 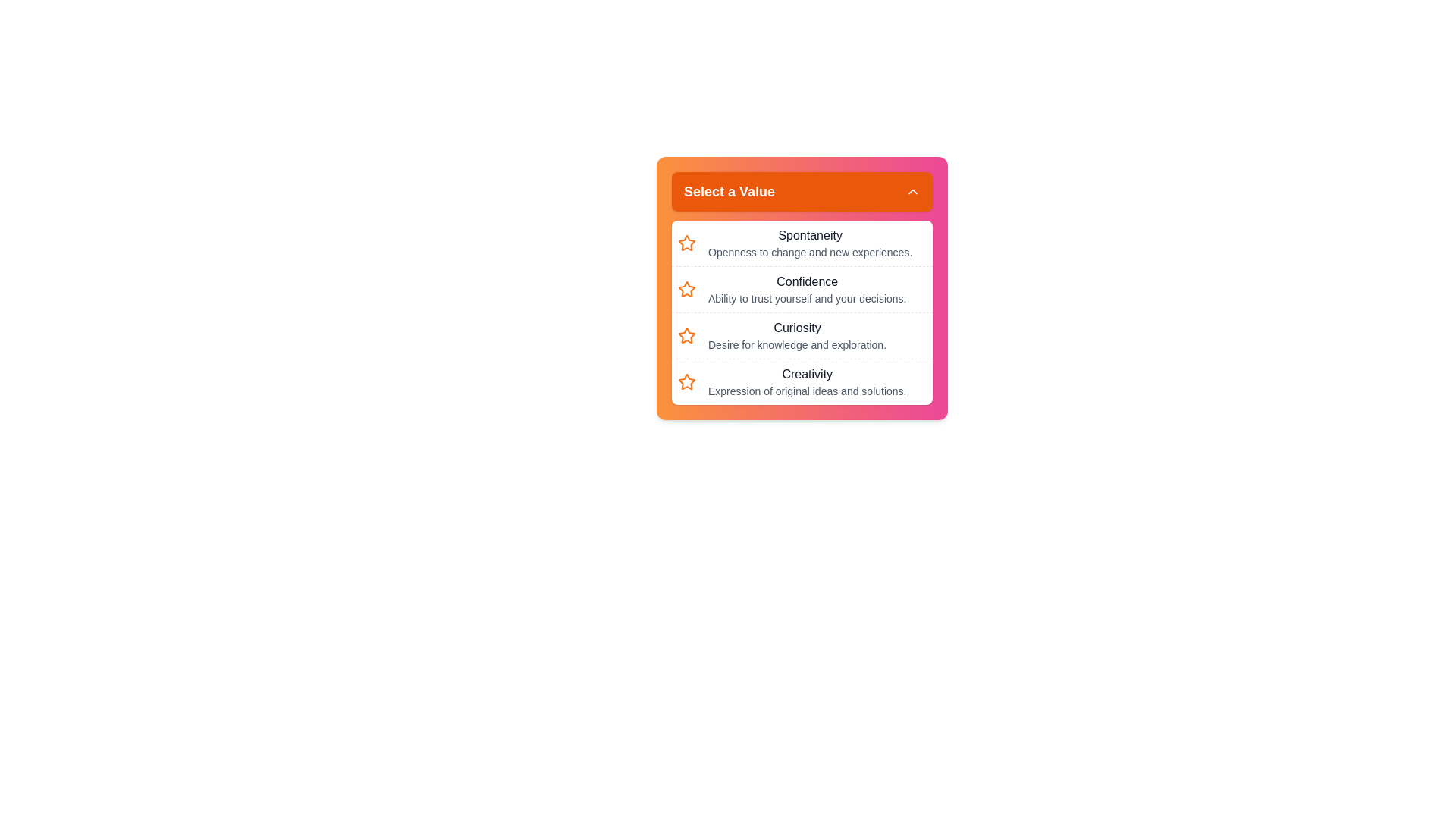 What do you see at coordinates (686, 242) in the screenshot?
I see `the first star icon in the dropdown menu under the 'Select a Value' header, which is associated with the 'Spontaneity' option` at bounding box center [686, 242].